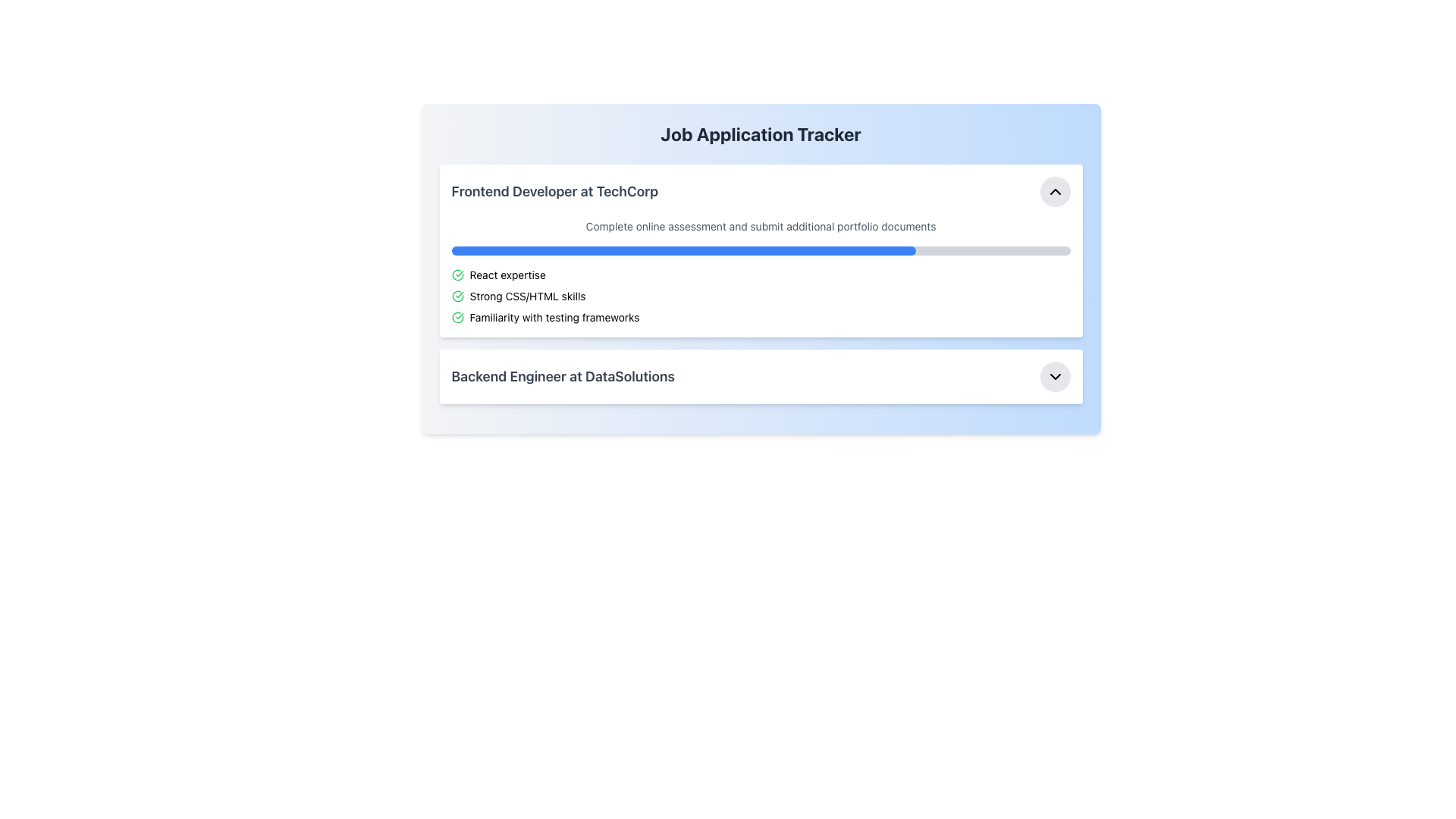 The image size is (1456, 819). Describe the element at coordinates (1054, 376) in the screenshot. I see `the downward-pointing chevron icon located at the right end of the bottom job listing entry to observe its hover effect` at that location.